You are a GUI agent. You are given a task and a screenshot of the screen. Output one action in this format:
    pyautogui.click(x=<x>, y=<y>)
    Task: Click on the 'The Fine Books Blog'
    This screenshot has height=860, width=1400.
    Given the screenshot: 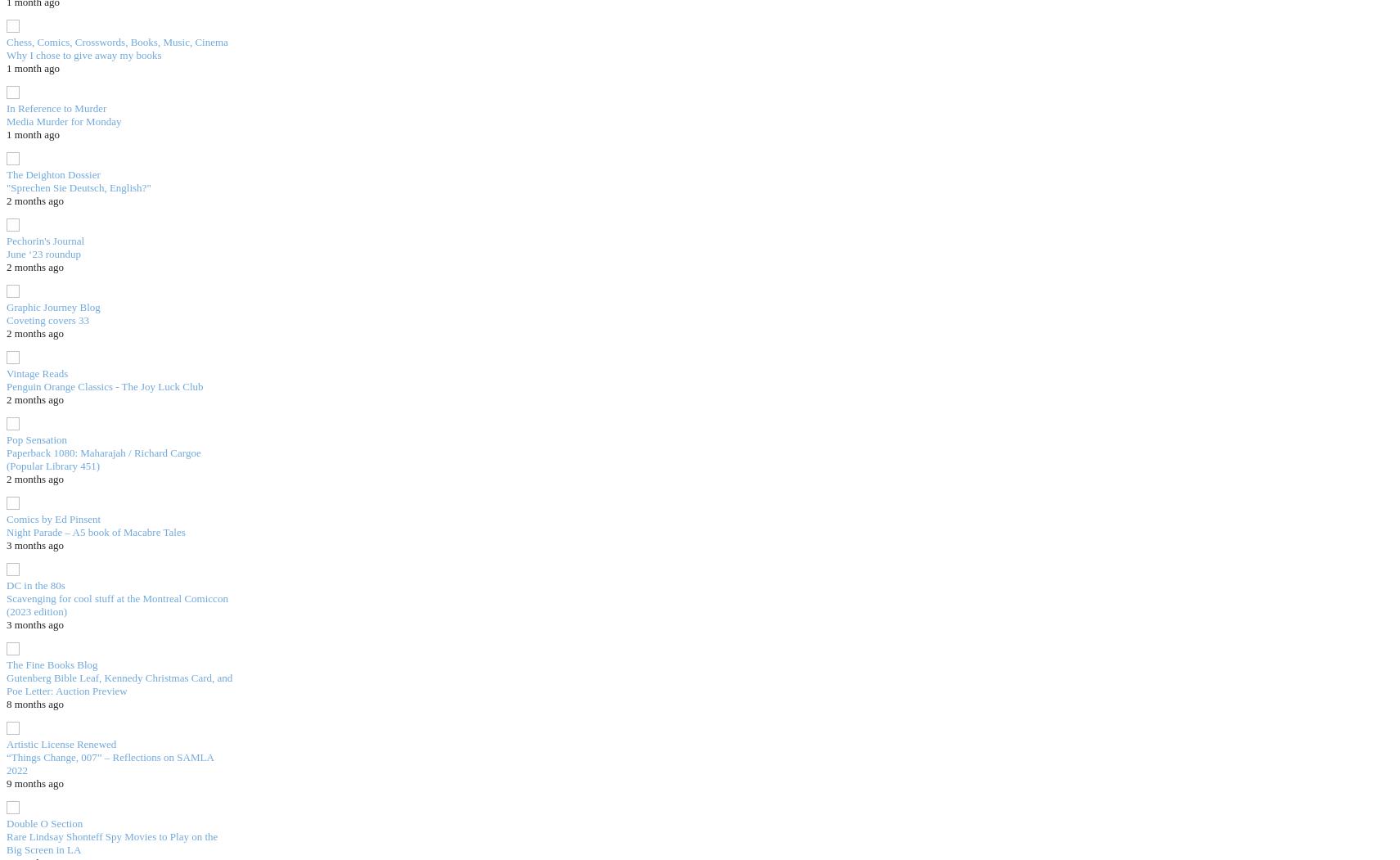 What is the action you would take?
    pyautogui.click(x=51, y=664)
    